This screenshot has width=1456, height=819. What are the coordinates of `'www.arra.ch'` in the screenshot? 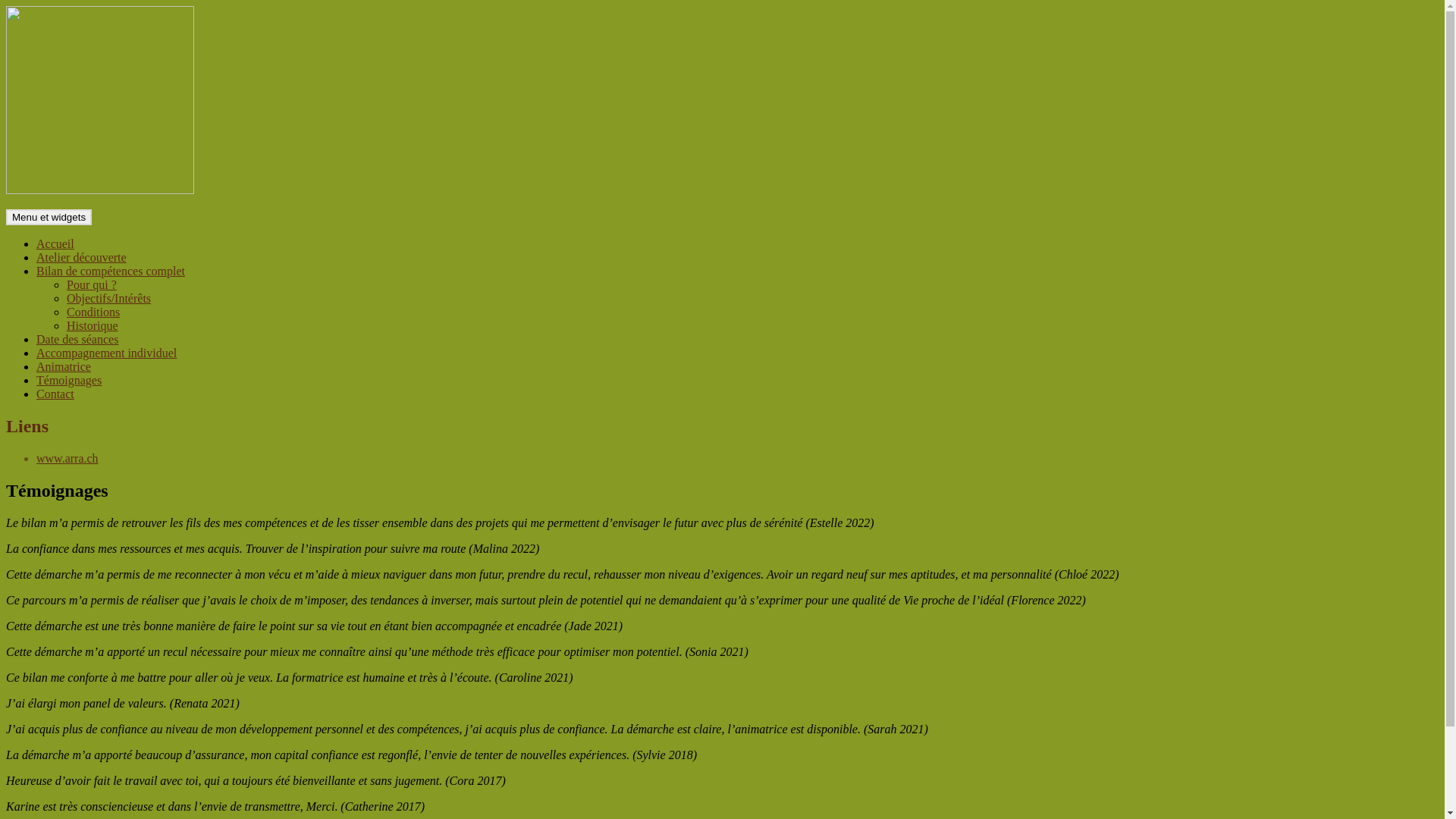 It's located at (67, 457).